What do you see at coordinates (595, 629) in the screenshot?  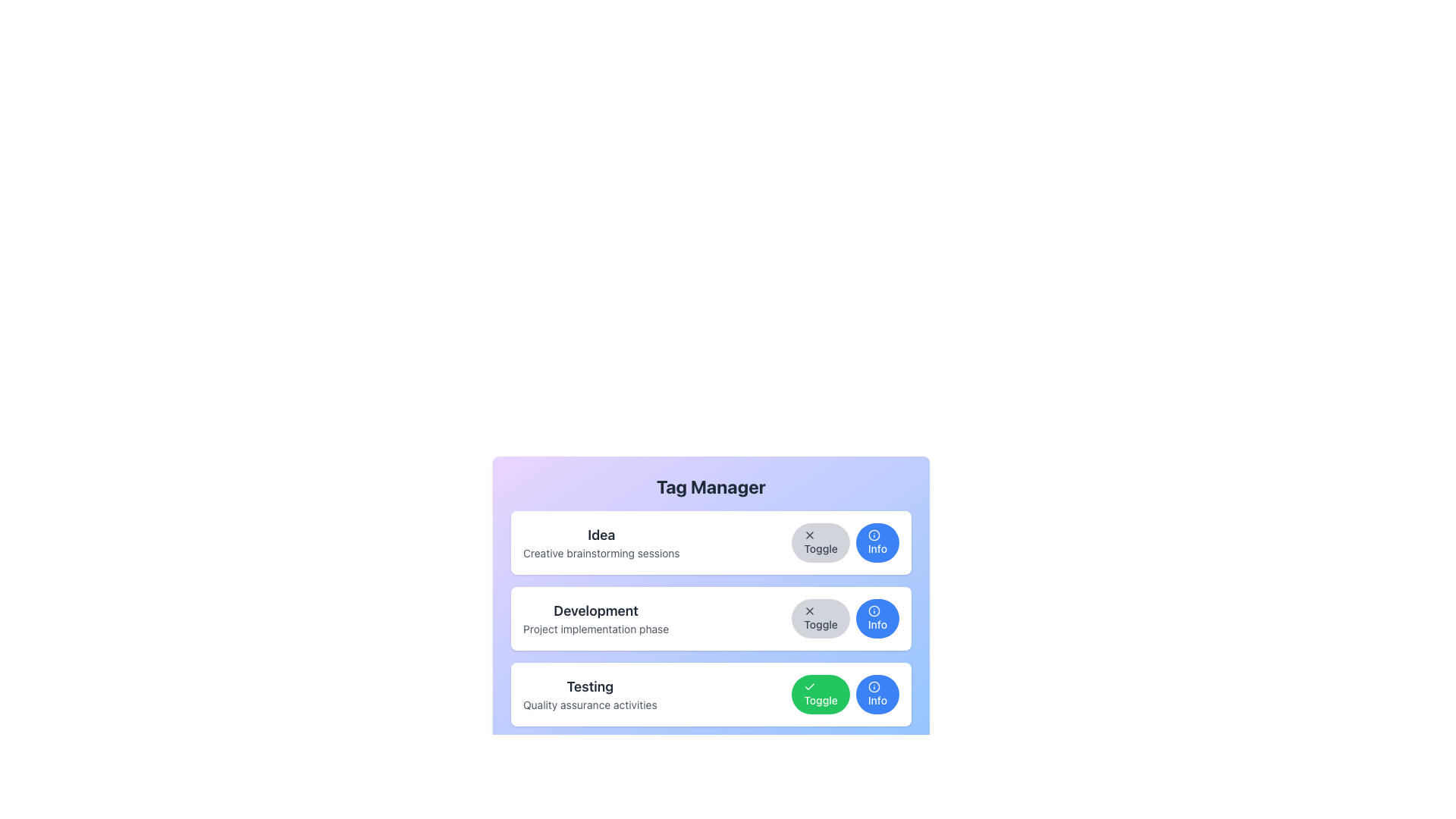 I see `the static text label that provides additional details about the 'Development' stage, located beneath the 'Development' heading in the second card of a vertically stacked list` at bounding box center [595, 629].